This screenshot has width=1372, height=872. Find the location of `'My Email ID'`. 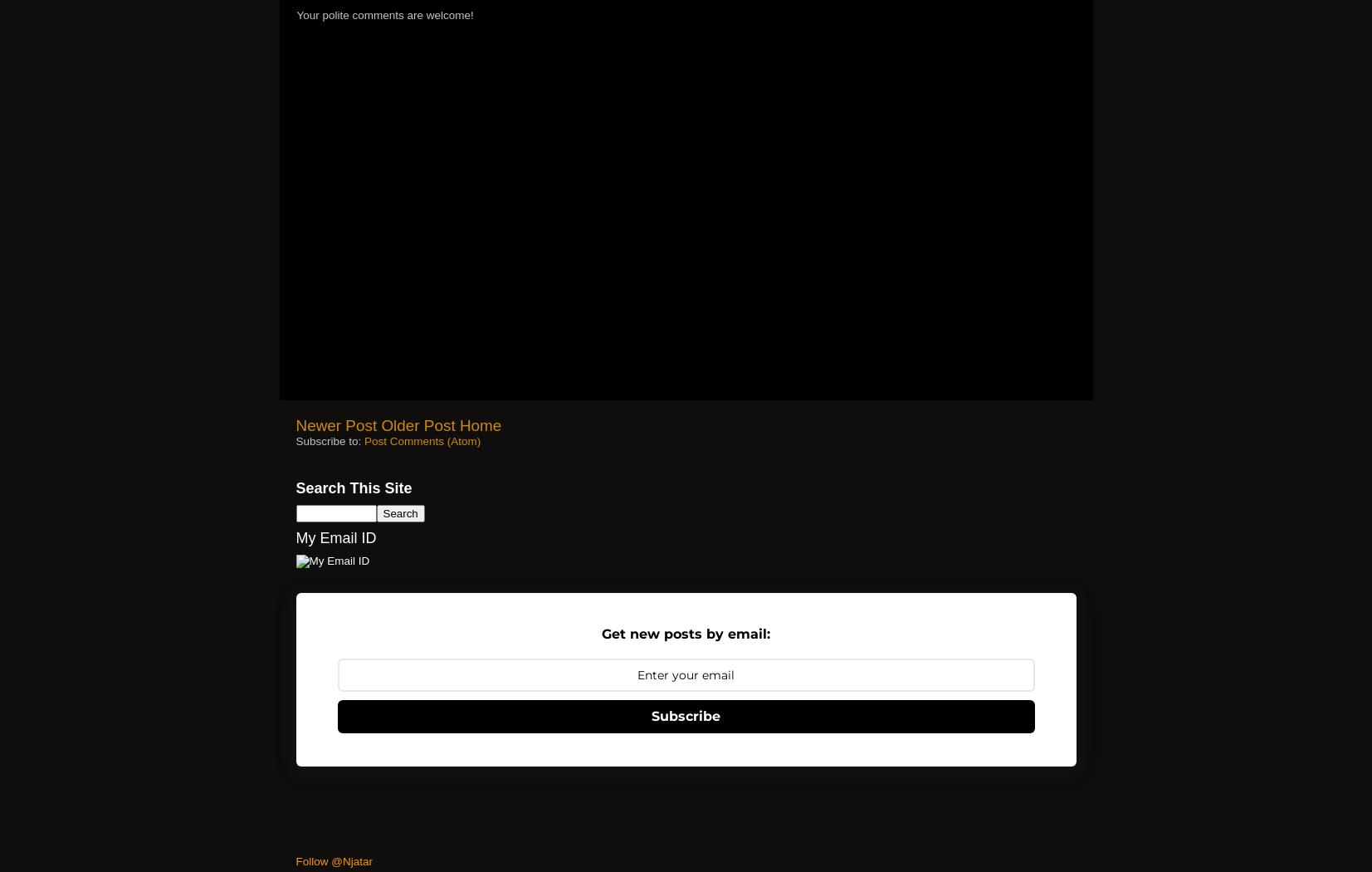

'My Email ID' is located at coordinates (334, 536).